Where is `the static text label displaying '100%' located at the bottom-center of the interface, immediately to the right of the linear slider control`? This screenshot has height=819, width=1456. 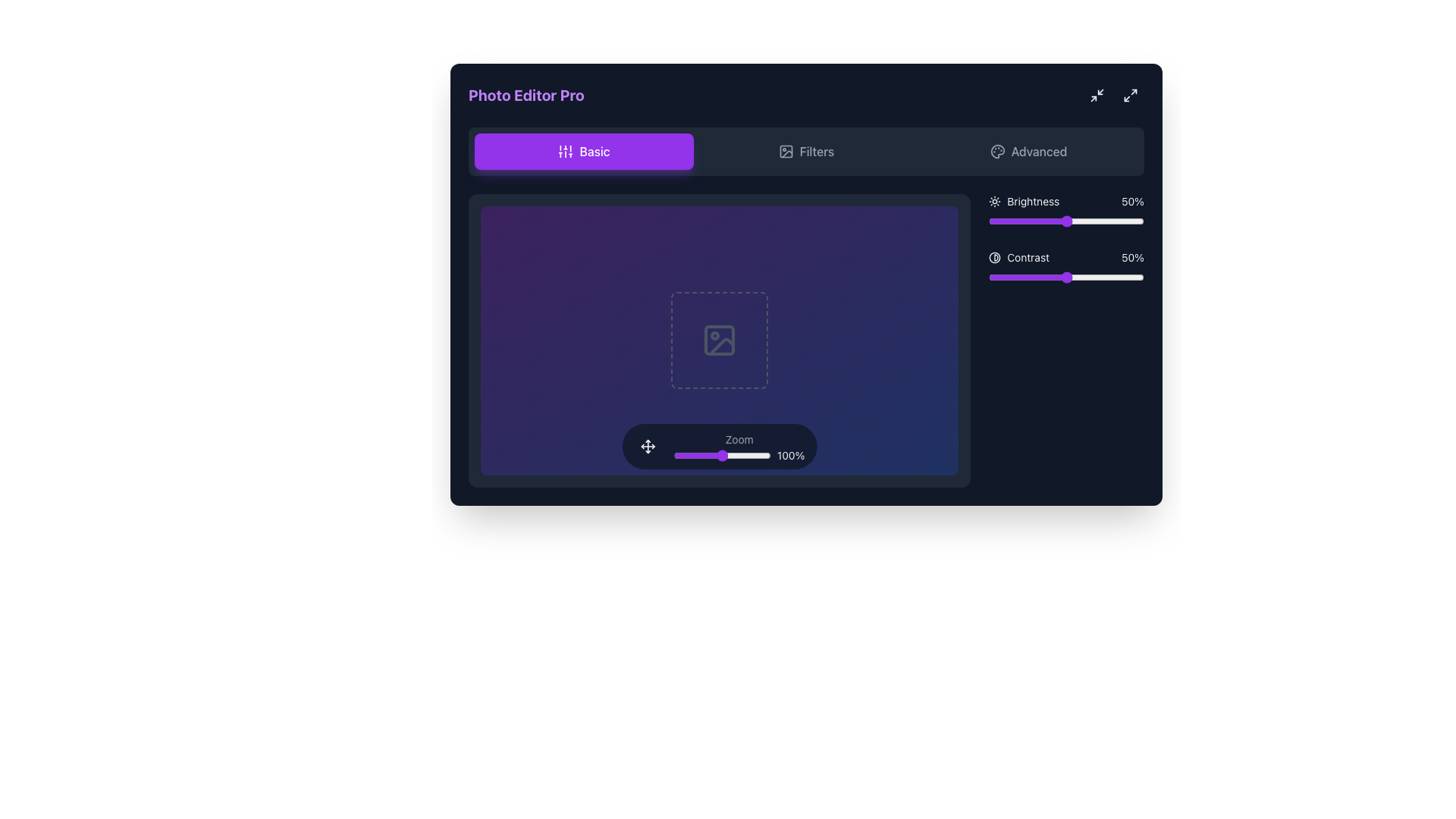
the static text label displaying '100%' located at the bottom-center of the interface, immediately to the right of the linear slider control is located at coordinates (790, 454).